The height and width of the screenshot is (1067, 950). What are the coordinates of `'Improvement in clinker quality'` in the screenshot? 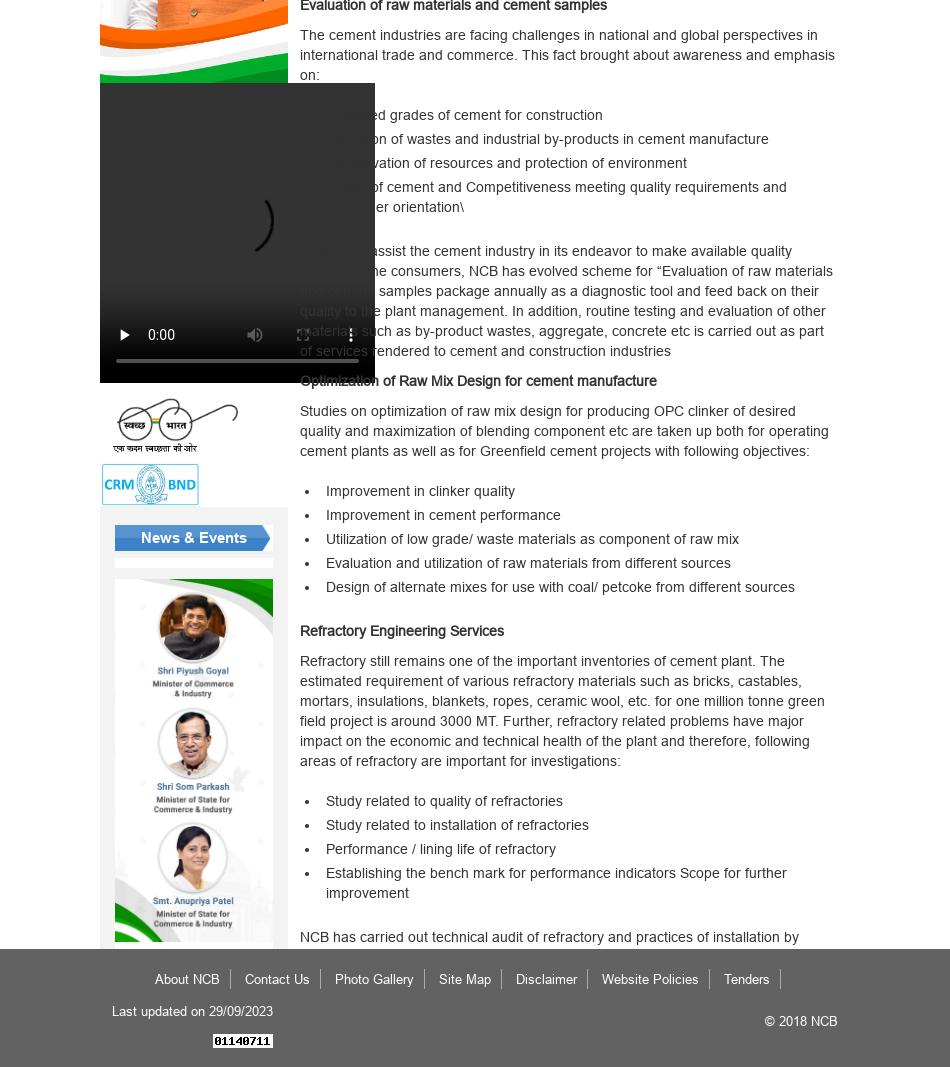 It's located at (418, 488).